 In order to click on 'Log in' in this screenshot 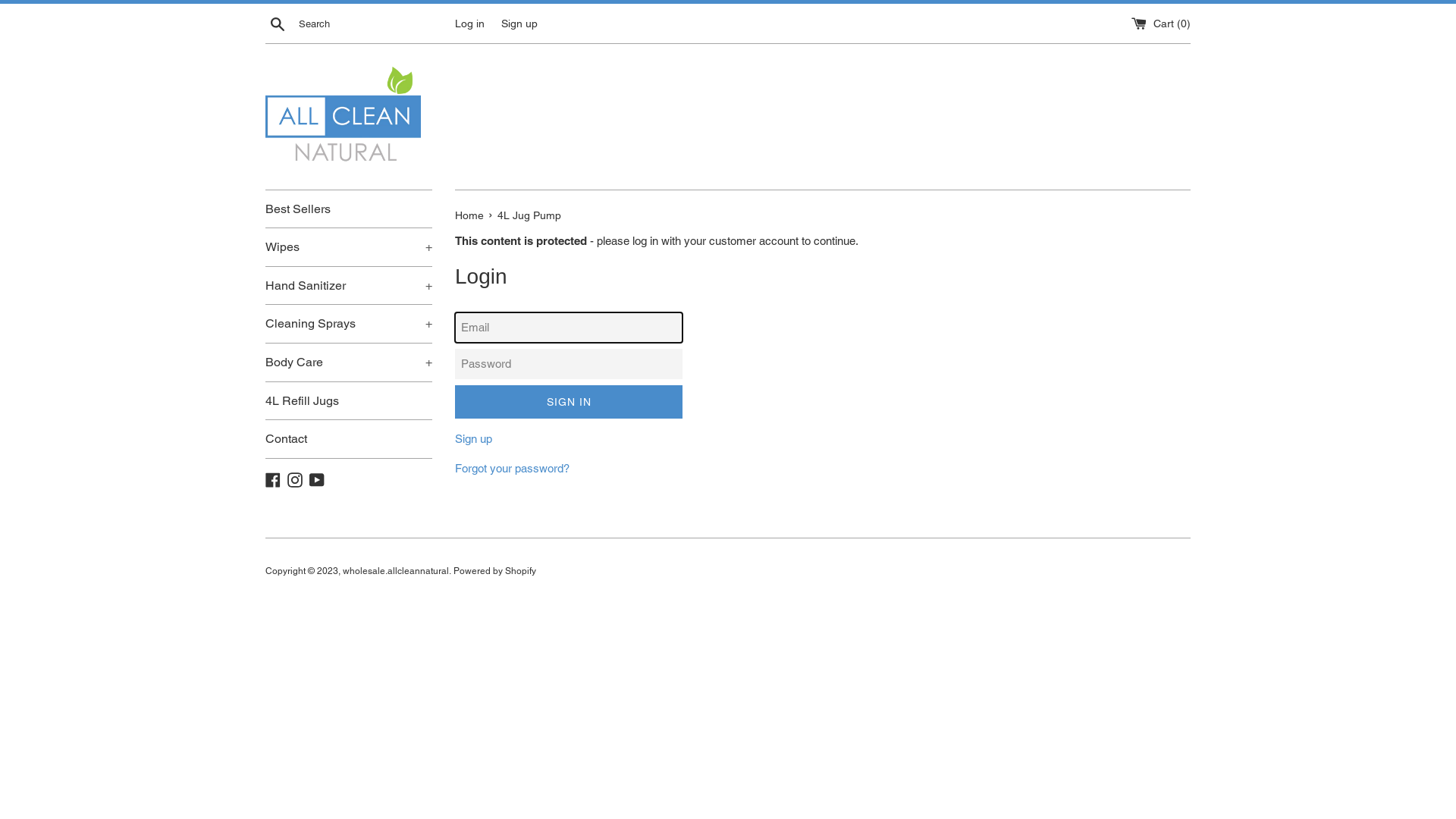, I will do `click(454, 23)`.